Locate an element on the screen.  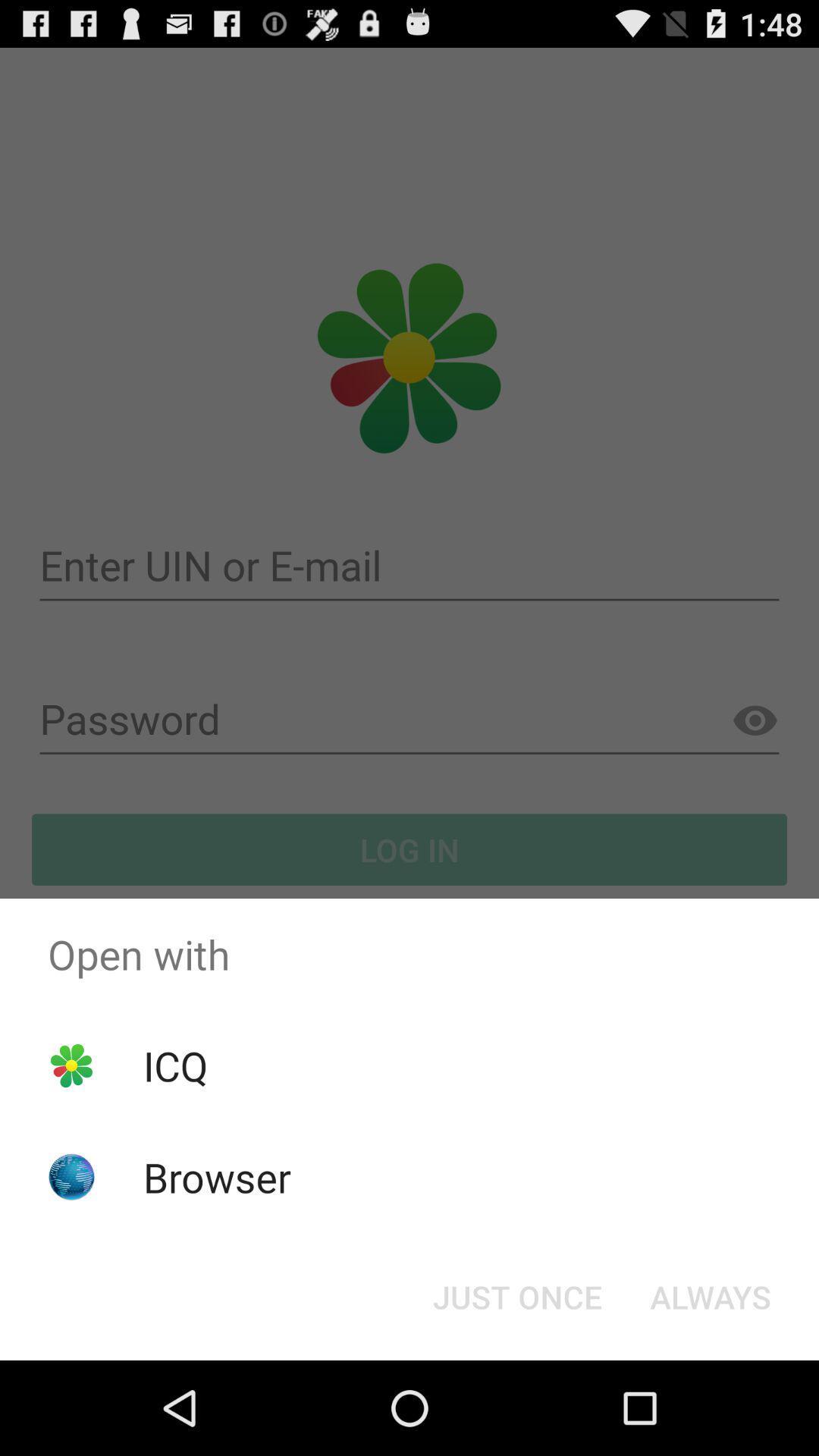
the app above browser is located at coordinates (174, 1065).